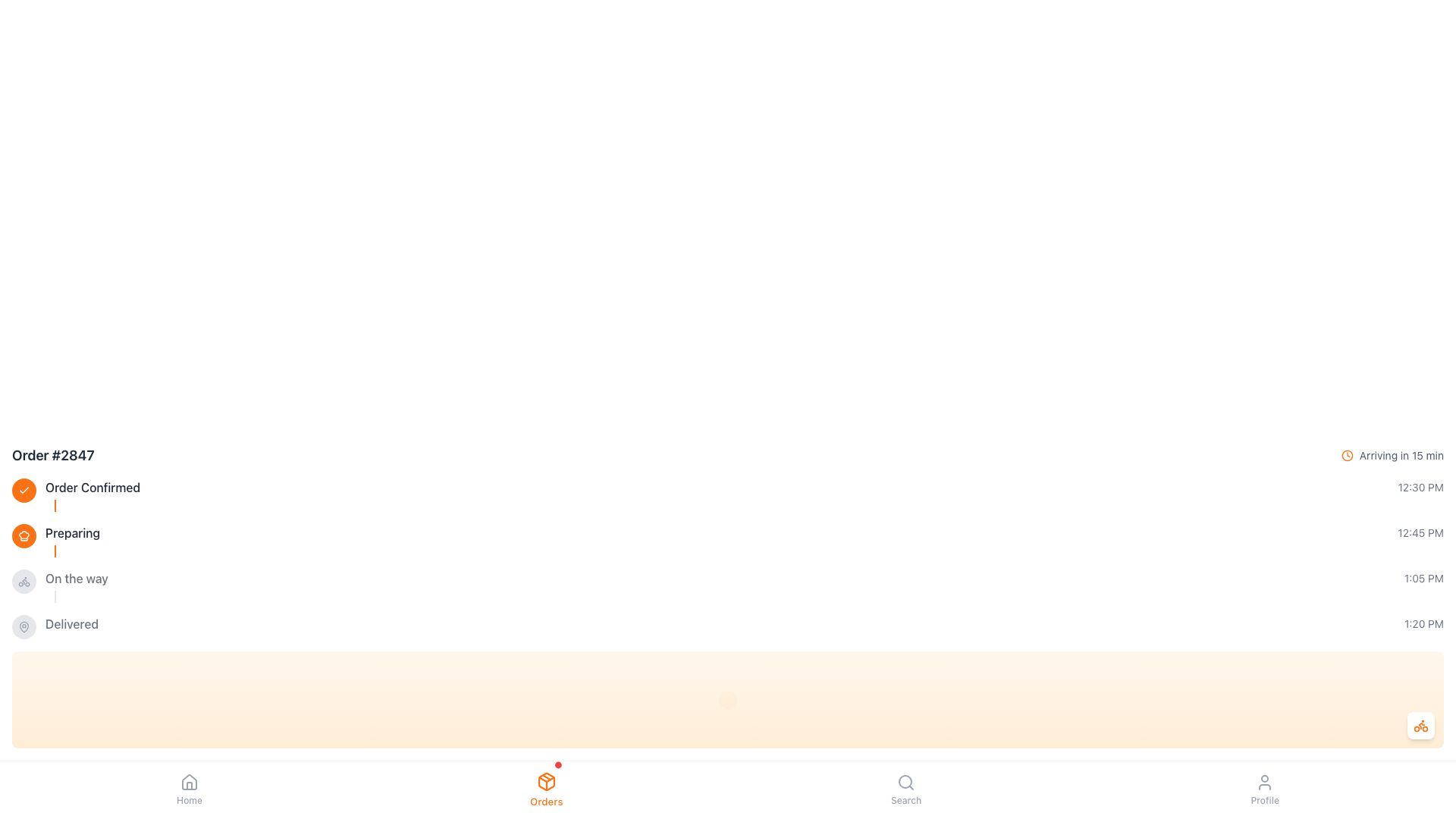  Describe the element at coordinates (76, 579) in the screenshot. I see `the status indicator Text label for the delivery process located under 'Preparing' and above 'Delivered', associated with the bicycle icon` at that location.